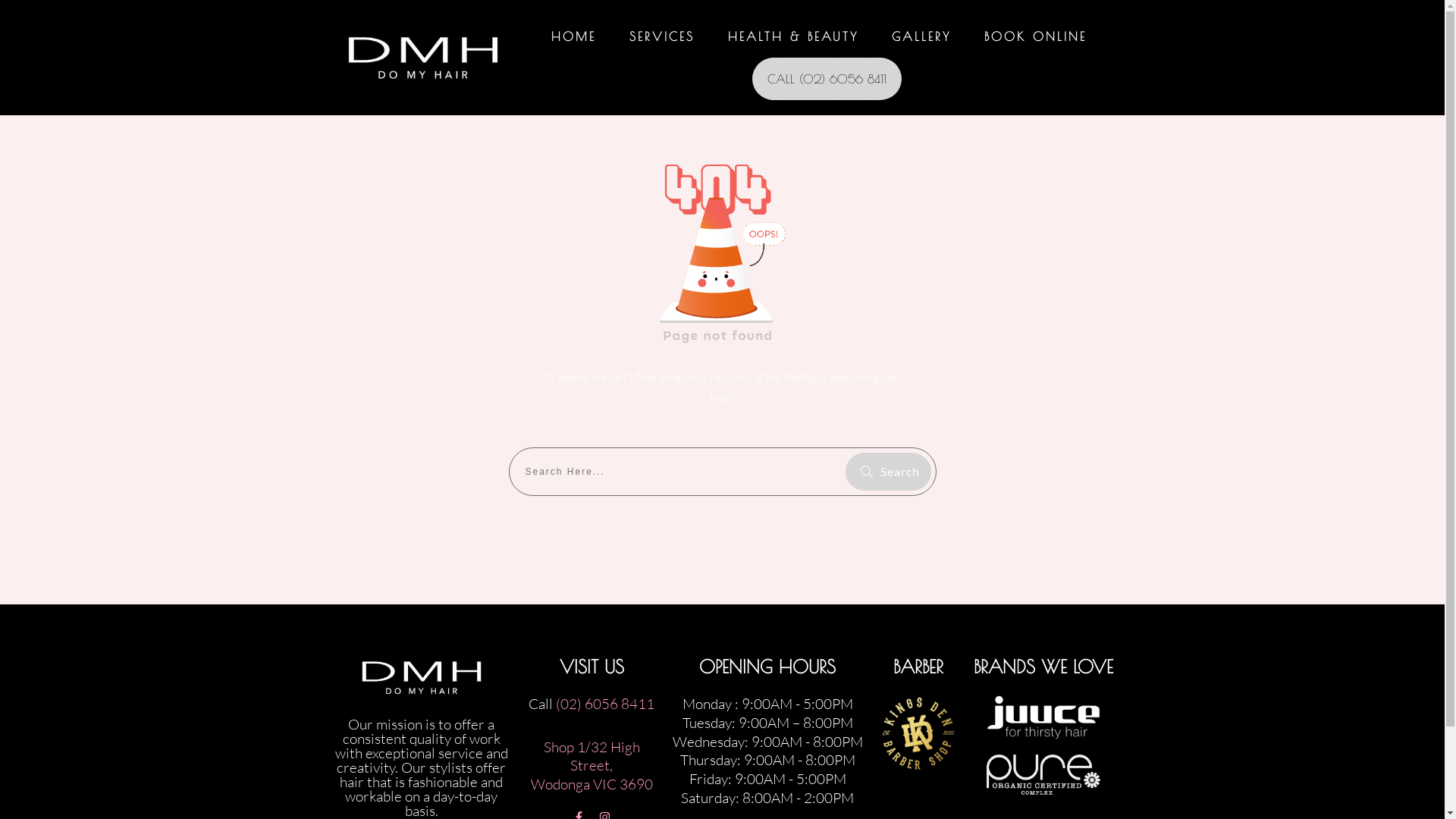 This screenshot has width=1456, height=819. Describe the element at coordinates (591, 756) in the screenshot. I see `'Shop 1/32 High Street,'` at that location.